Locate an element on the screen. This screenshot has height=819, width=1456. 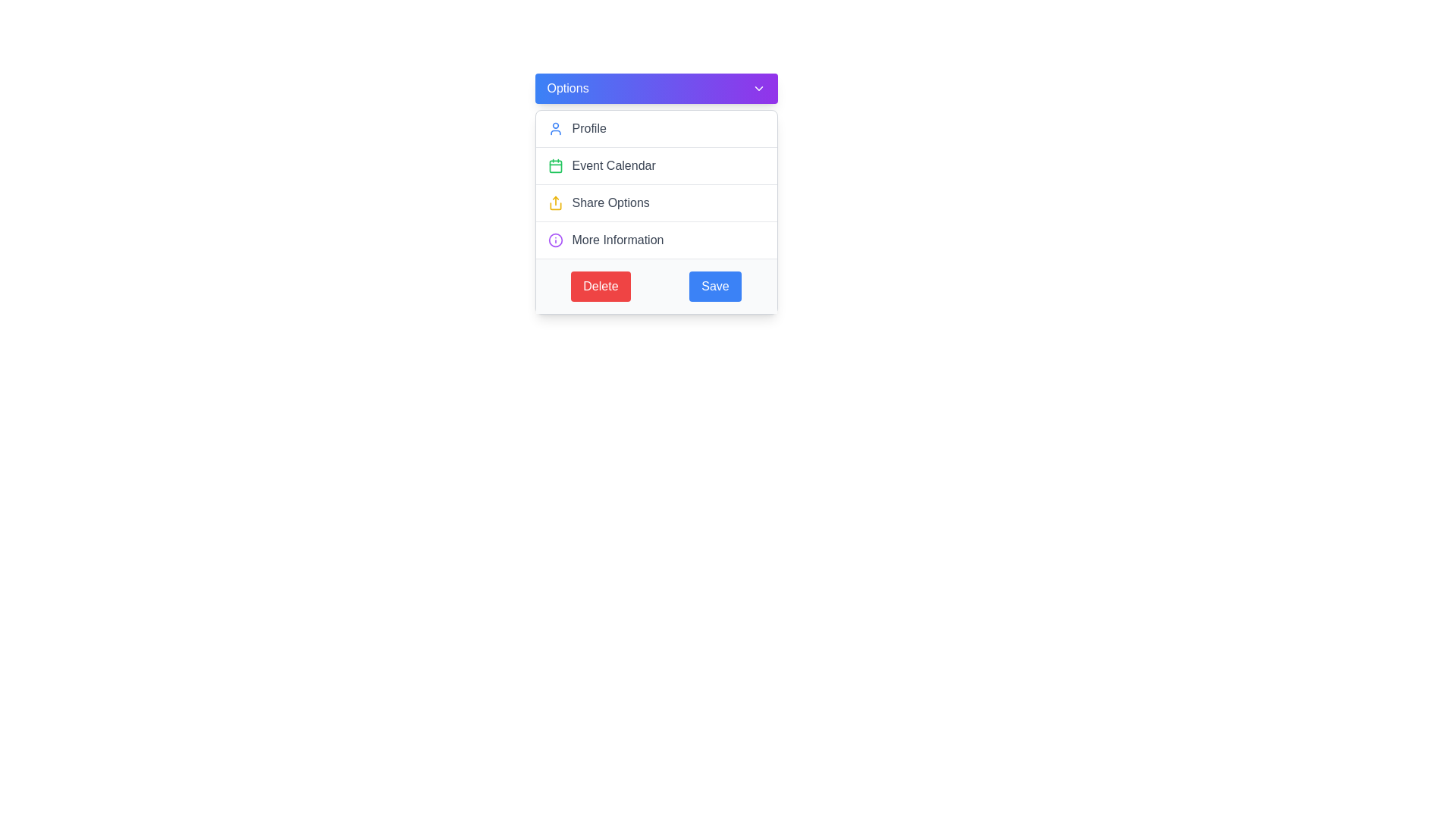
the small downward-facing chevron icon located at the far right side of the 'Options' button is located at coordinates (758, 88).